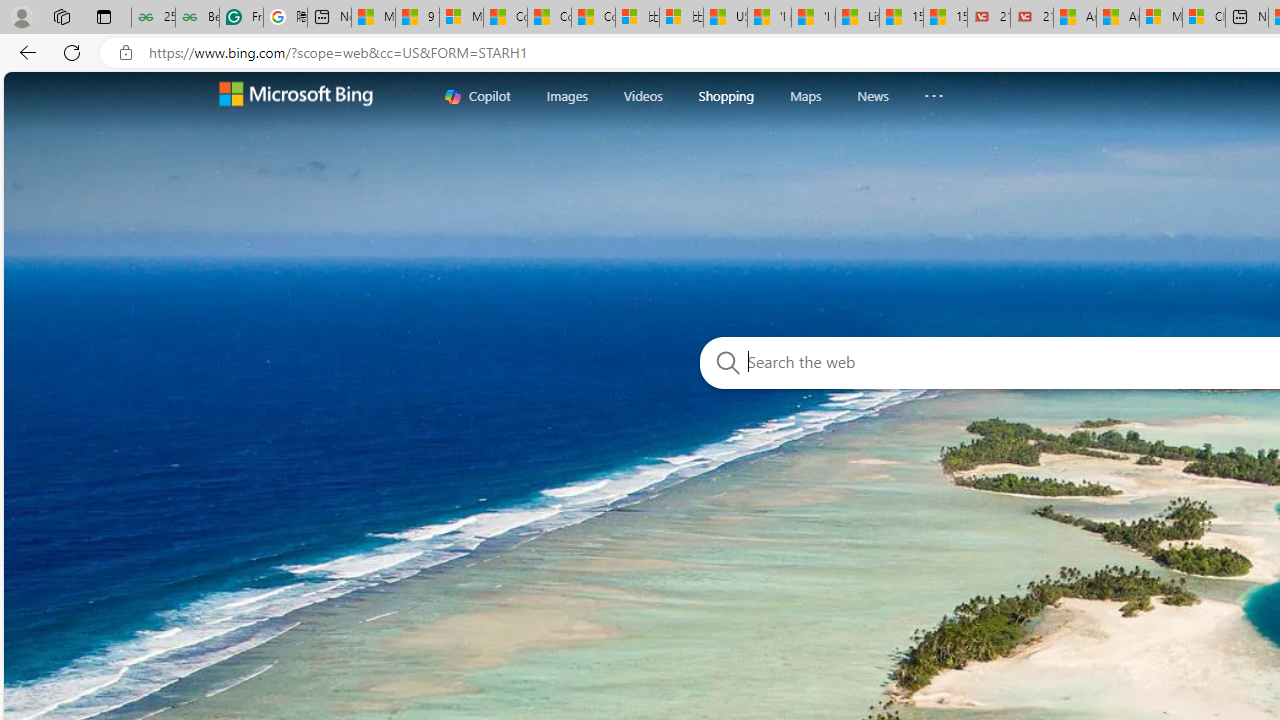 The height and width of the screenshot is (720, 1280). What do you see at coordinates (566, 95) in the screenshot?
I see `'Images'` at bounding box center [566, 95].